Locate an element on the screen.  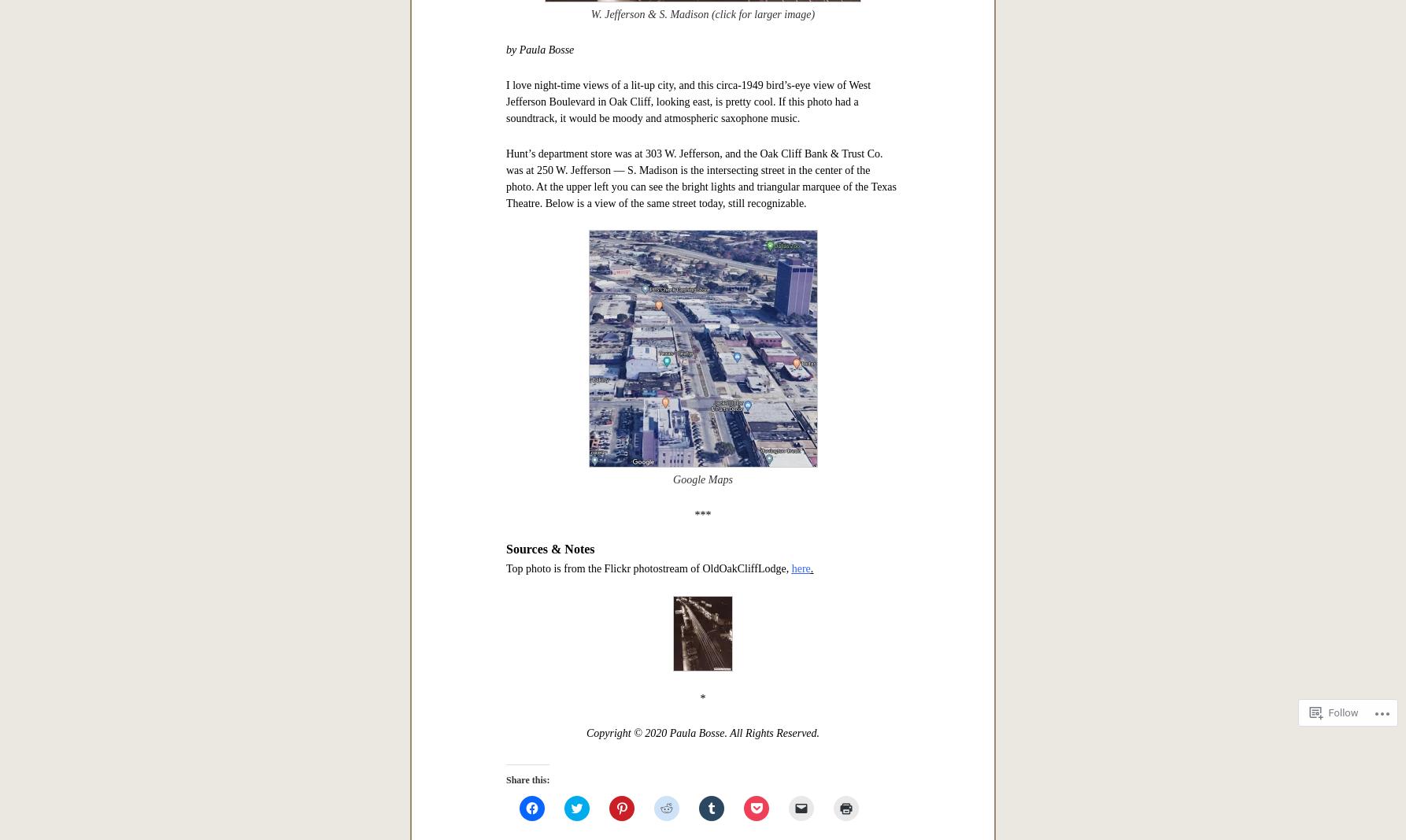
'Sources & Notes' is located at coordinates (550, 549).